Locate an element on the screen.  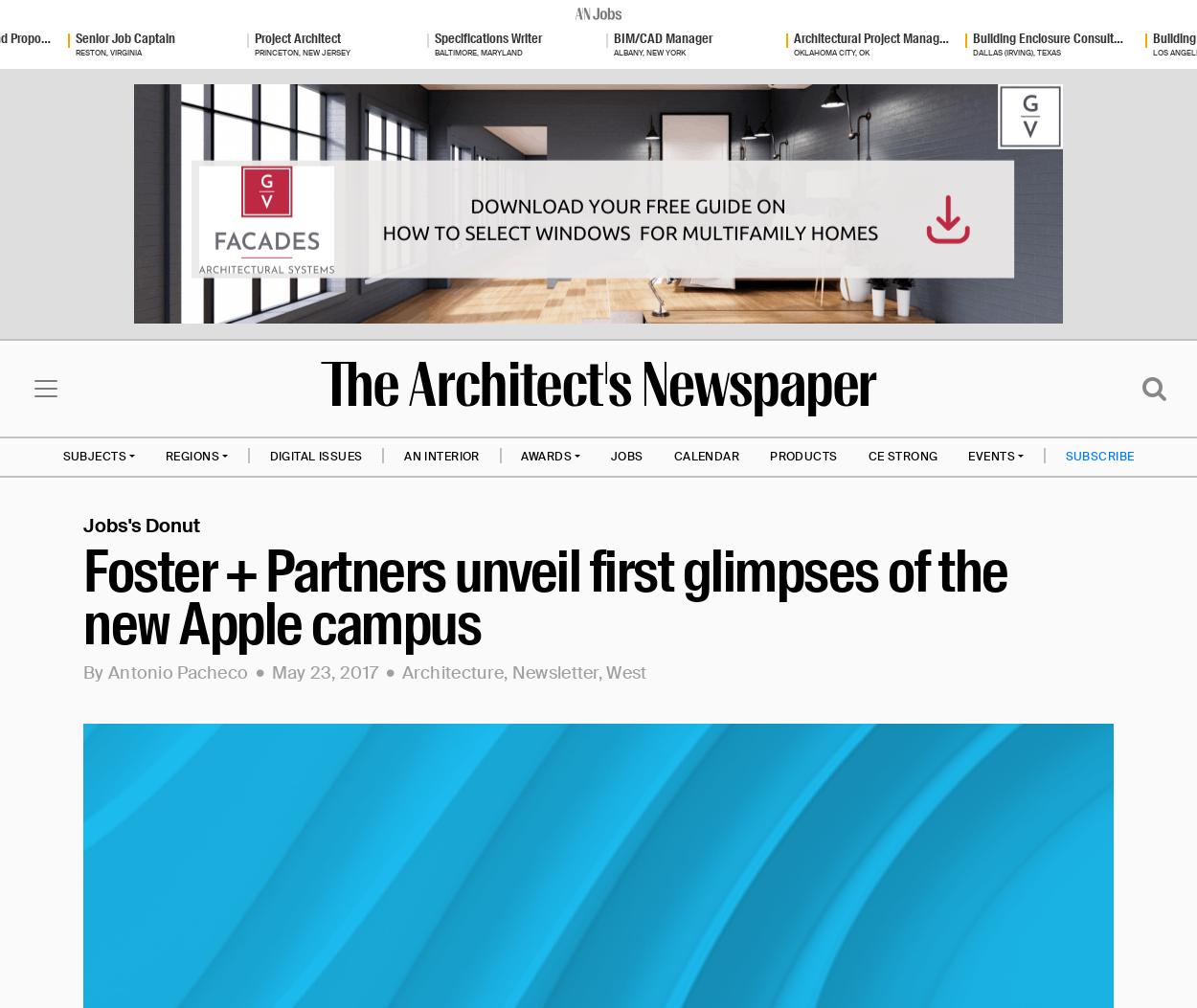
'Subscribe' is located at coordinates (1099, 454).